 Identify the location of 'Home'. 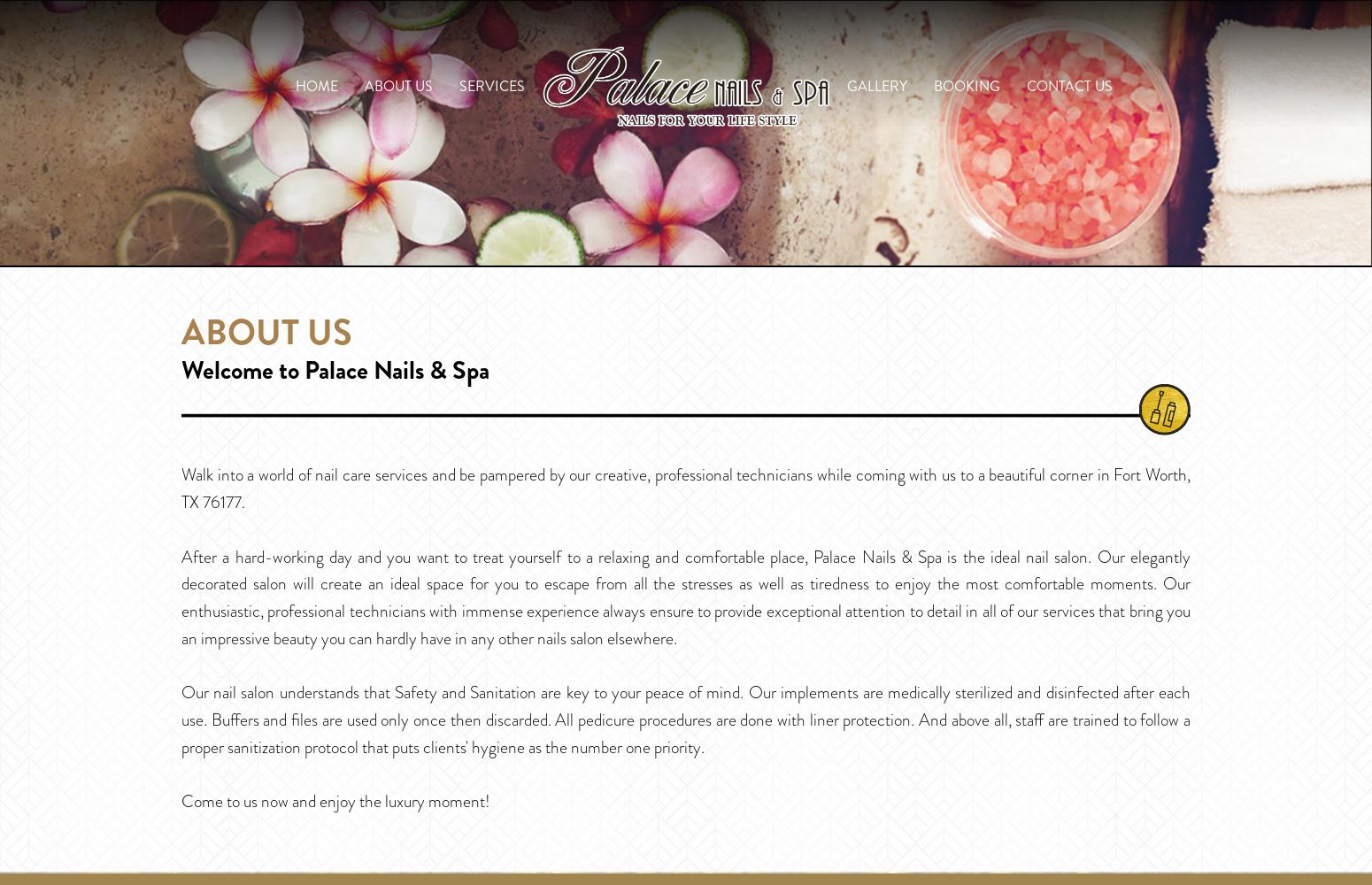
(295, 85).